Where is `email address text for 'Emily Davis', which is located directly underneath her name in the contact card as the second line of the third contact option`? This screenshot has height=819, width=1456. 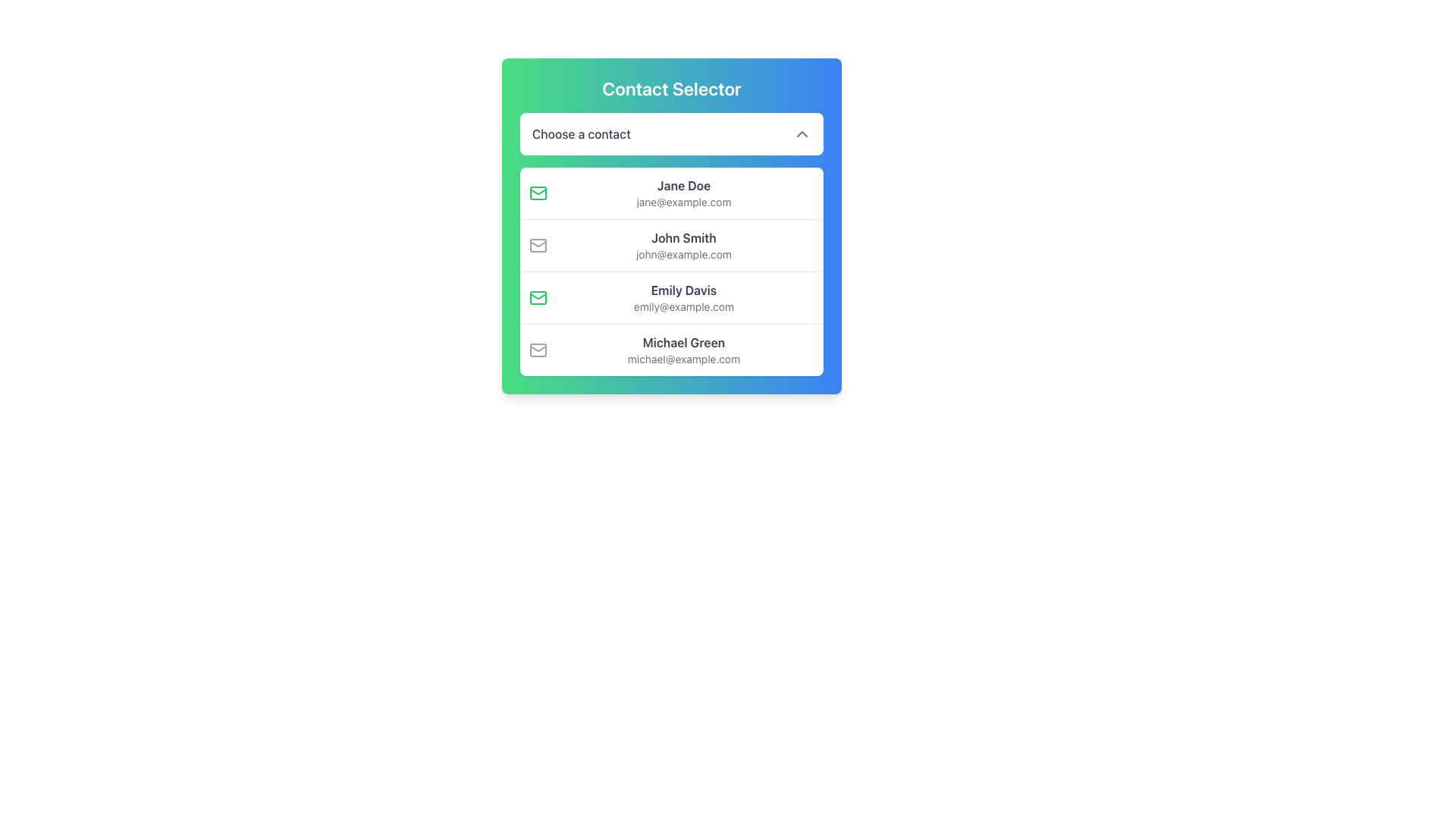 email address text for 'Emily Davis', which is located directly underneath her name in the contact card as the second line of the third contact option is located at coordinates (683, 307).